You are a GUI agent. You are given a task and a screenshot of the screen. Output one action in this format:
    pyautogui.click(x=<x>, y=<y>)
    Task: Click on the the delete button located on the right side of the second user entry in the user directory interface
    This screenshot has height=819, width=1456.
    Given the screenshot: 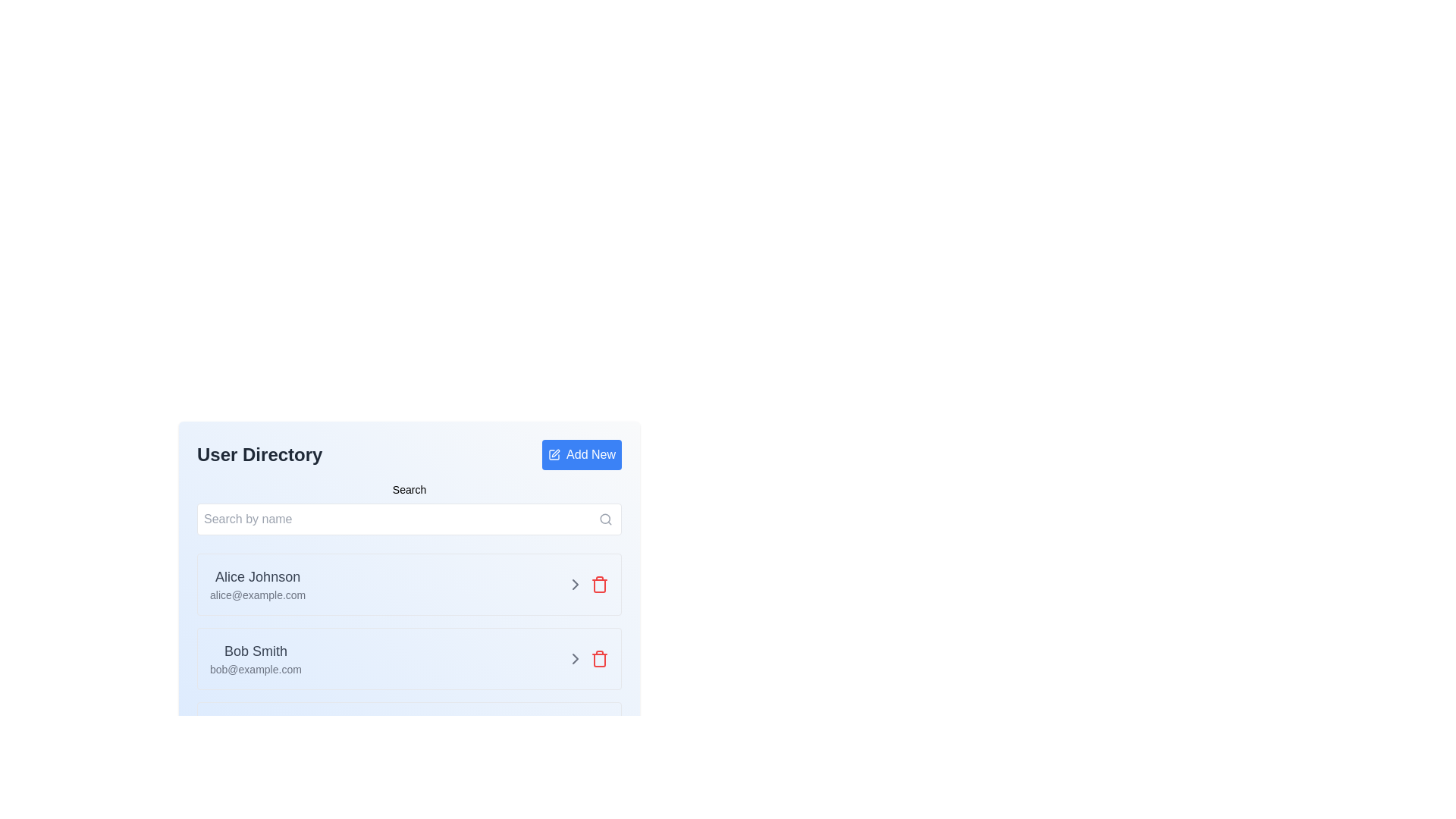 What is the action you would take?
    pyautogui.click(x=599, y=584)
    